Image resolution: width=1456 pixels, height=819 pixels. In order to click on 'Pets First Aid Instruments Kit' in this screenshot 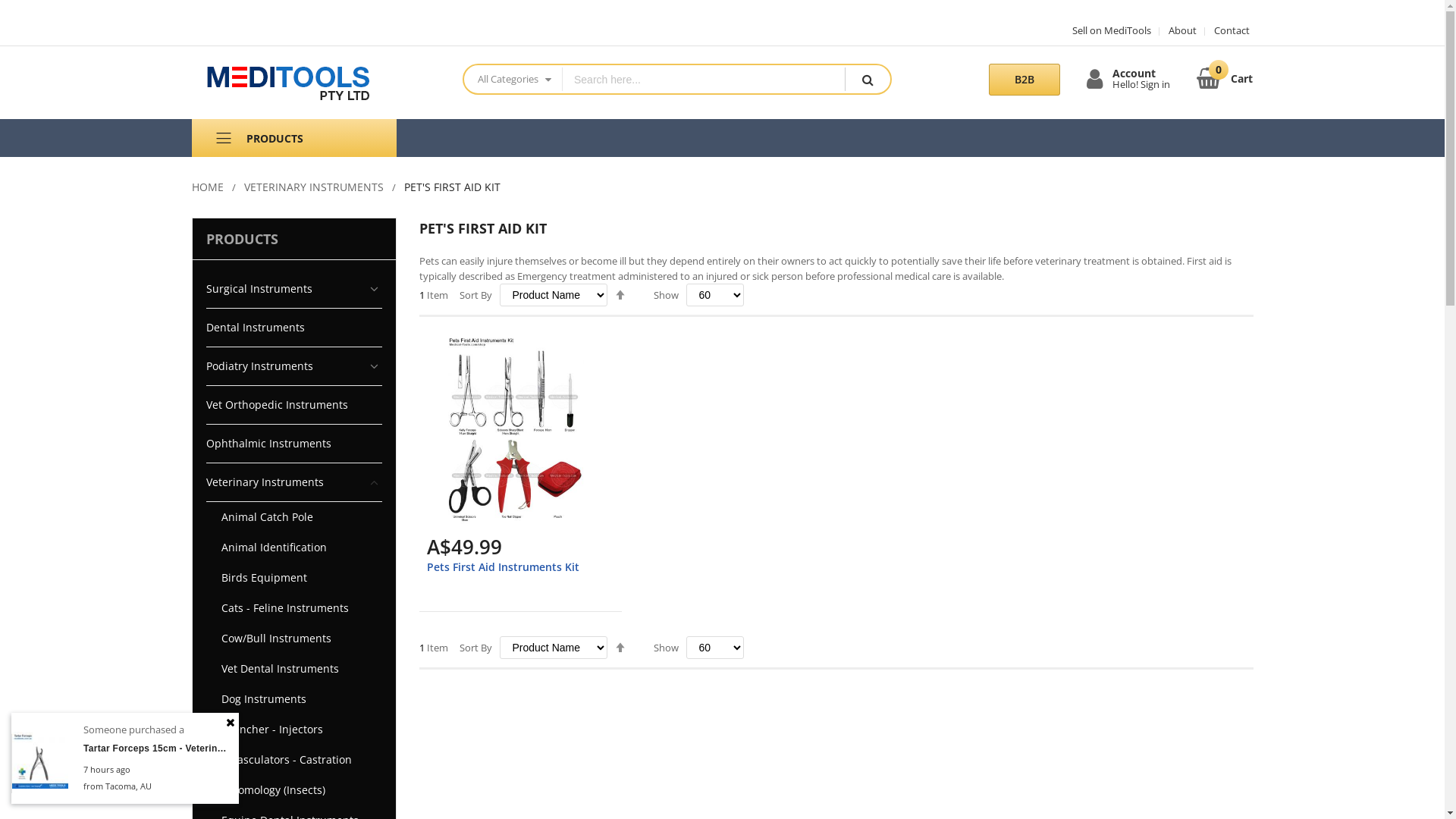, I will do `click(425, 566)`.